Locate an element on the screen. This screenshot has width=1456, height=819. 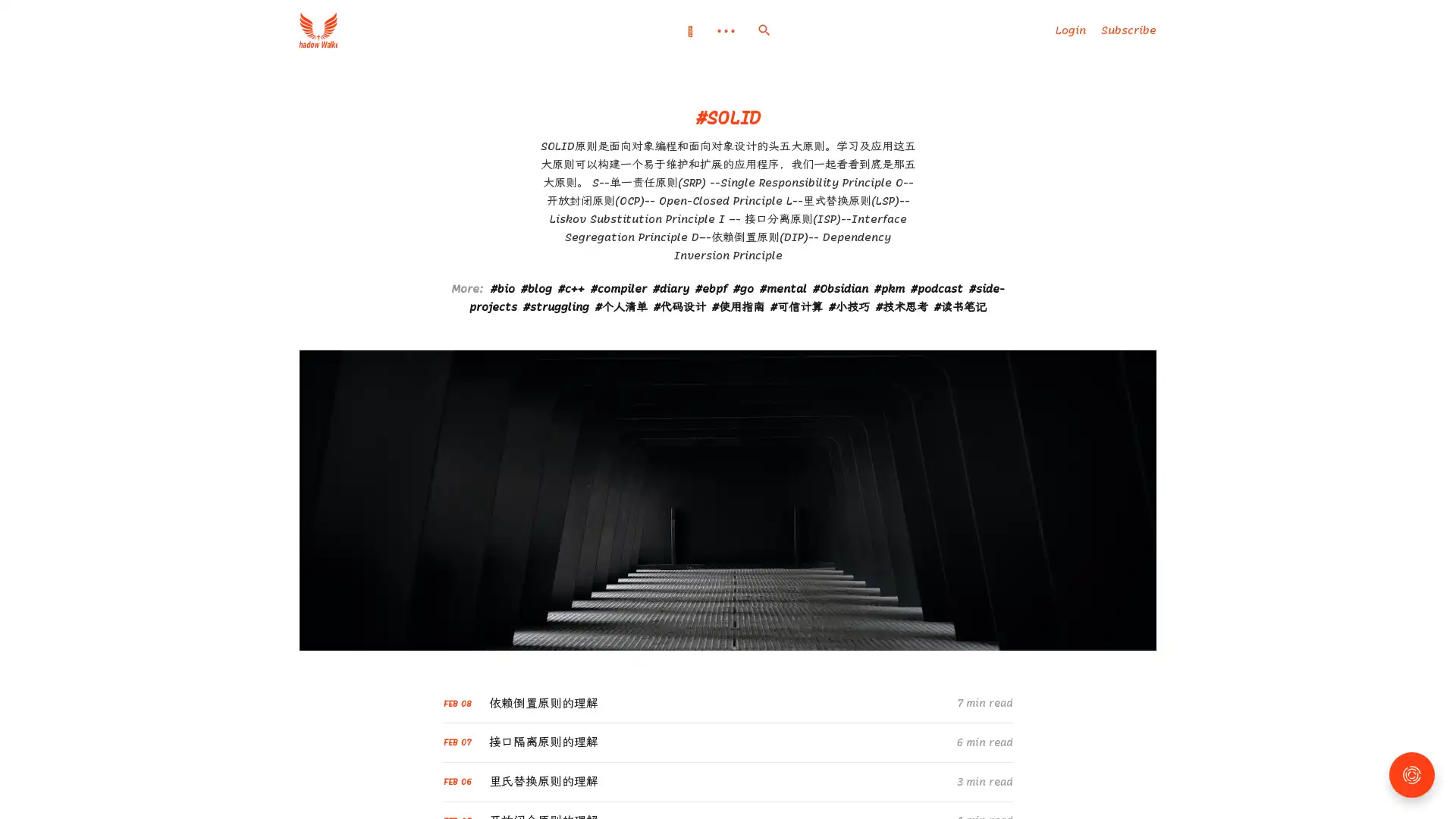
Subscribe is located at coordinates (1128, 30).